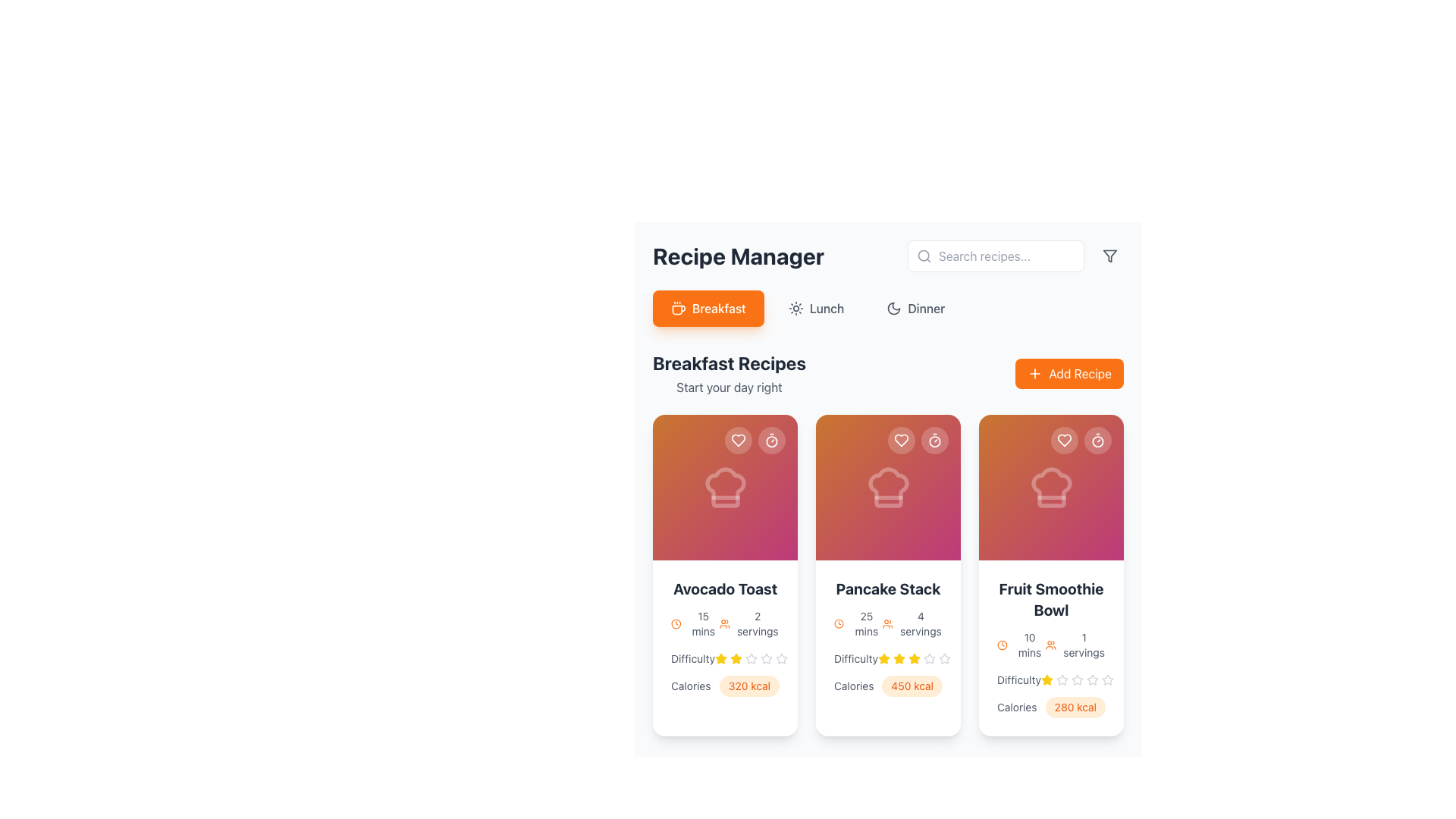 The width and height of the screenshot is (1456, 819). What do you see at coordinates (1017, 708) in the screenshot?
I see `text label displaying 'Calories' which is positioned above the '280 kcal' badge in the 'Fruit Smoothie Bowl' recipe card` at bounding box center [1017, 708].